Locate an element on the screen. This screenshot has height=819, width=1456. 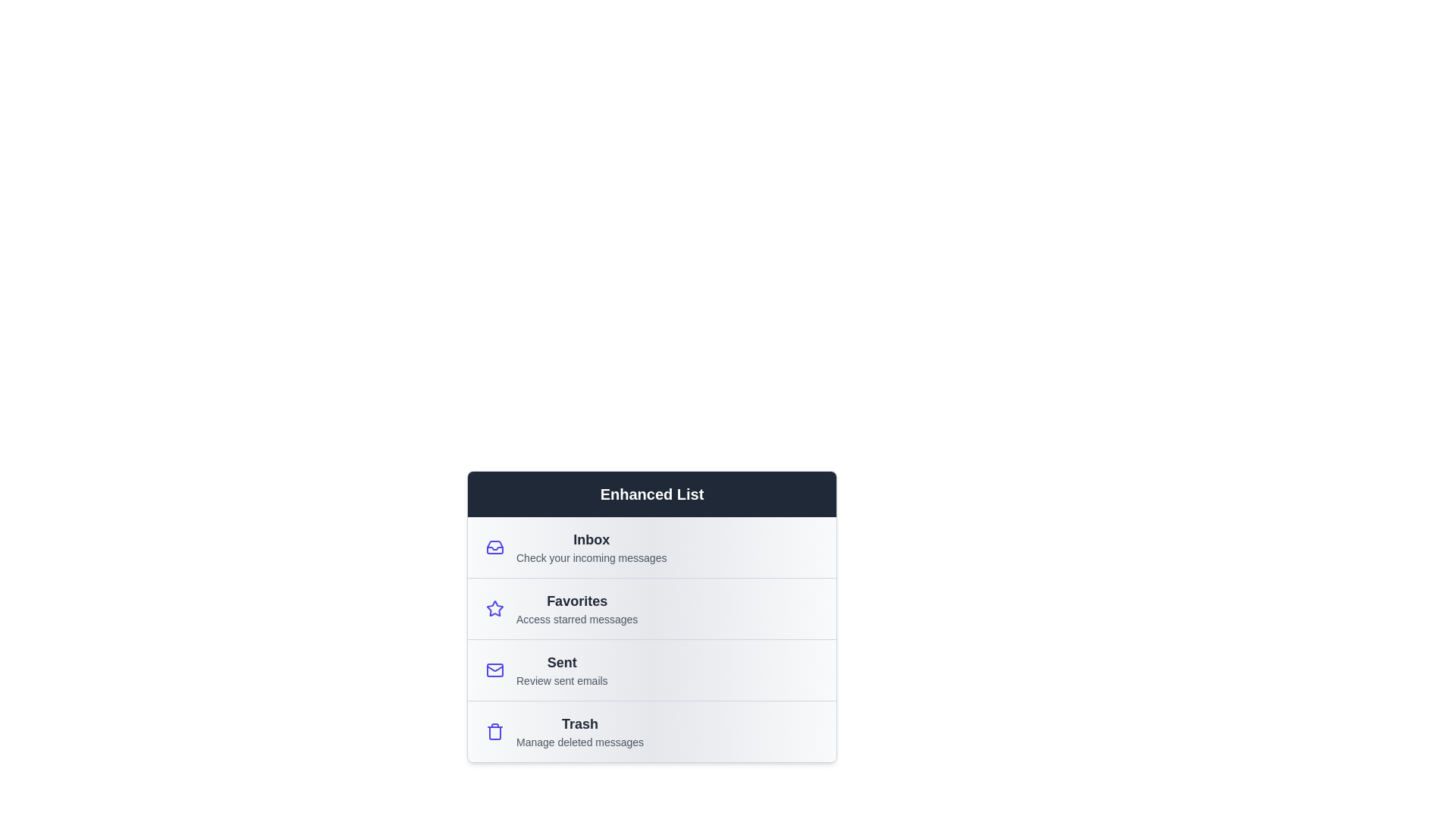
the first List Item titled 'Inbox' in the 'Enhanced List' menu, which features an indigo inbox icon and bolded dark gray text is located at coordinates (651, 547).